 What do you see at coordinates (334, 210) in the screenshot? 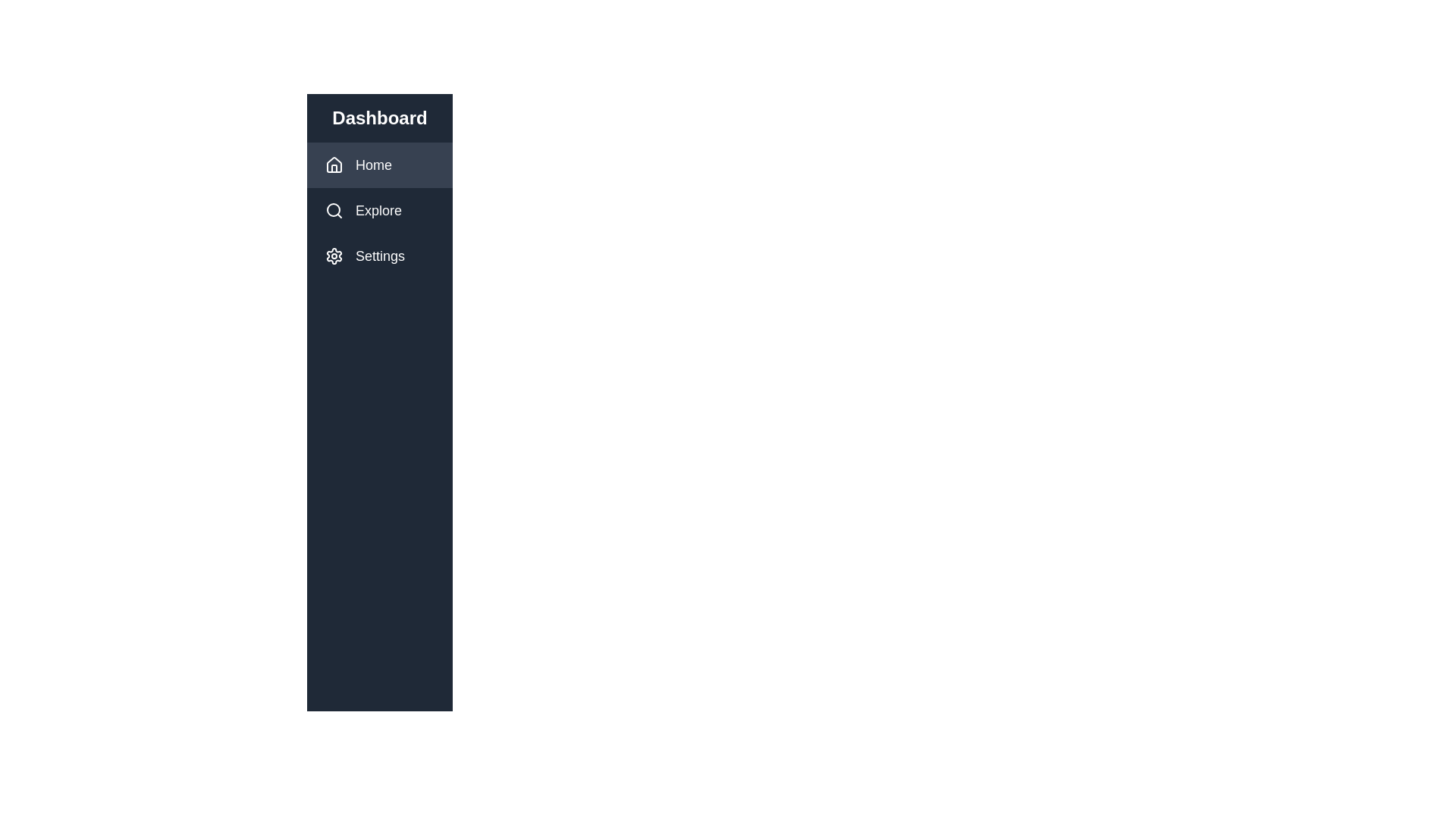
I see `the search icon in the sidebar, which is styled as a magnifying glass and is the second item in the vertical list under the 'Home' icon` at bounding box center [334, 210].